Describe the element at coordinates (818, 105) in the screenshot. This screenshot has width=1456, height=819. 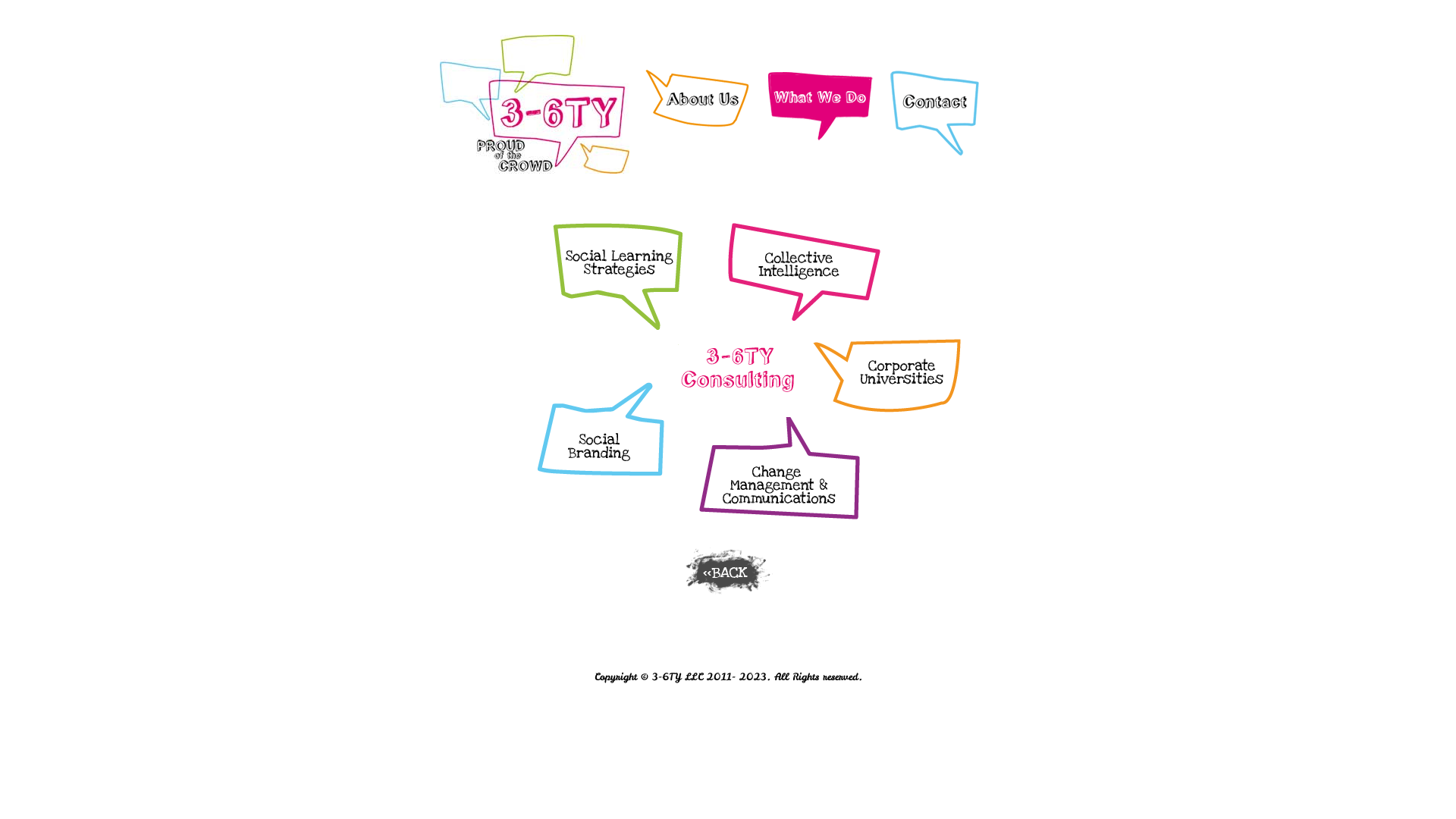
I see `'What We Do'` at that location.